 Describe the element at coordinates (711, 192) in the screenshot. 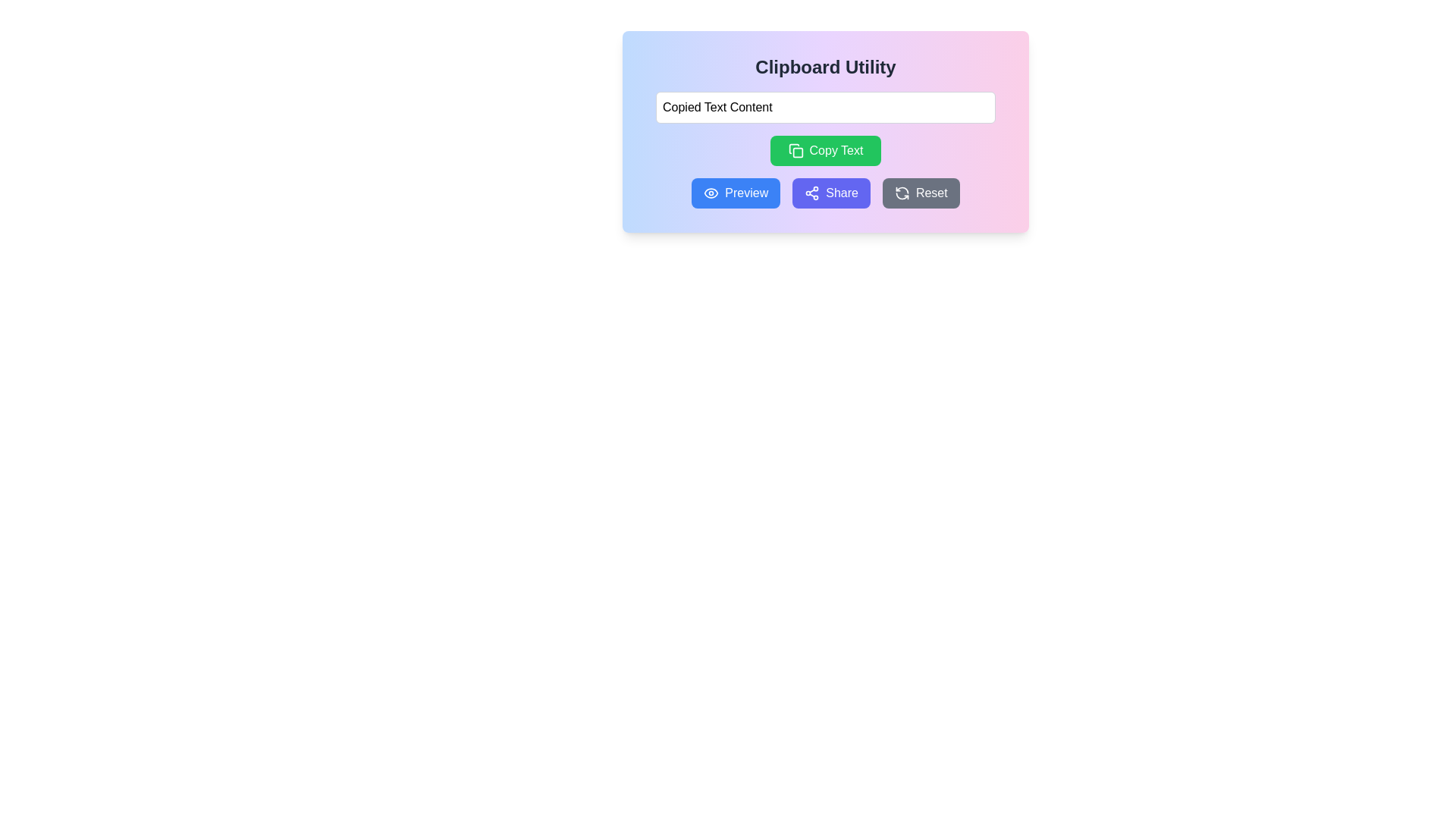

I see `the eye icon located inside the 'Preview' button, which is the first button among the four action buttons below the text input field, to receive potential visual feedback` at that location.